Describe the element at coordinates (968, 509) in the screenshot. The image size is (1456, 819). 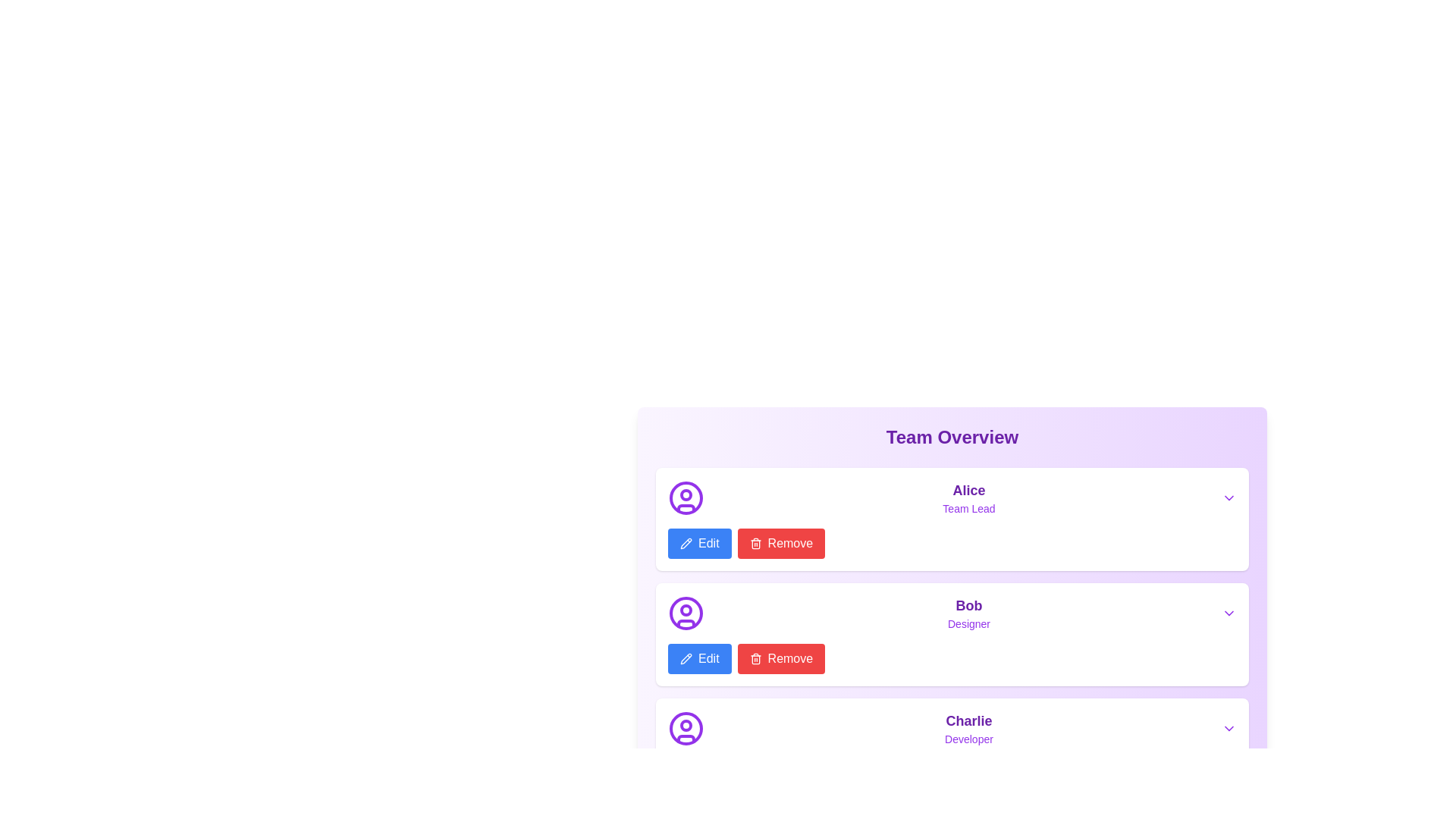
I see `the text label element displaying 'Team Lead', which is styled in purple and located beneath the name 'Alice' within a card layout` at that location.